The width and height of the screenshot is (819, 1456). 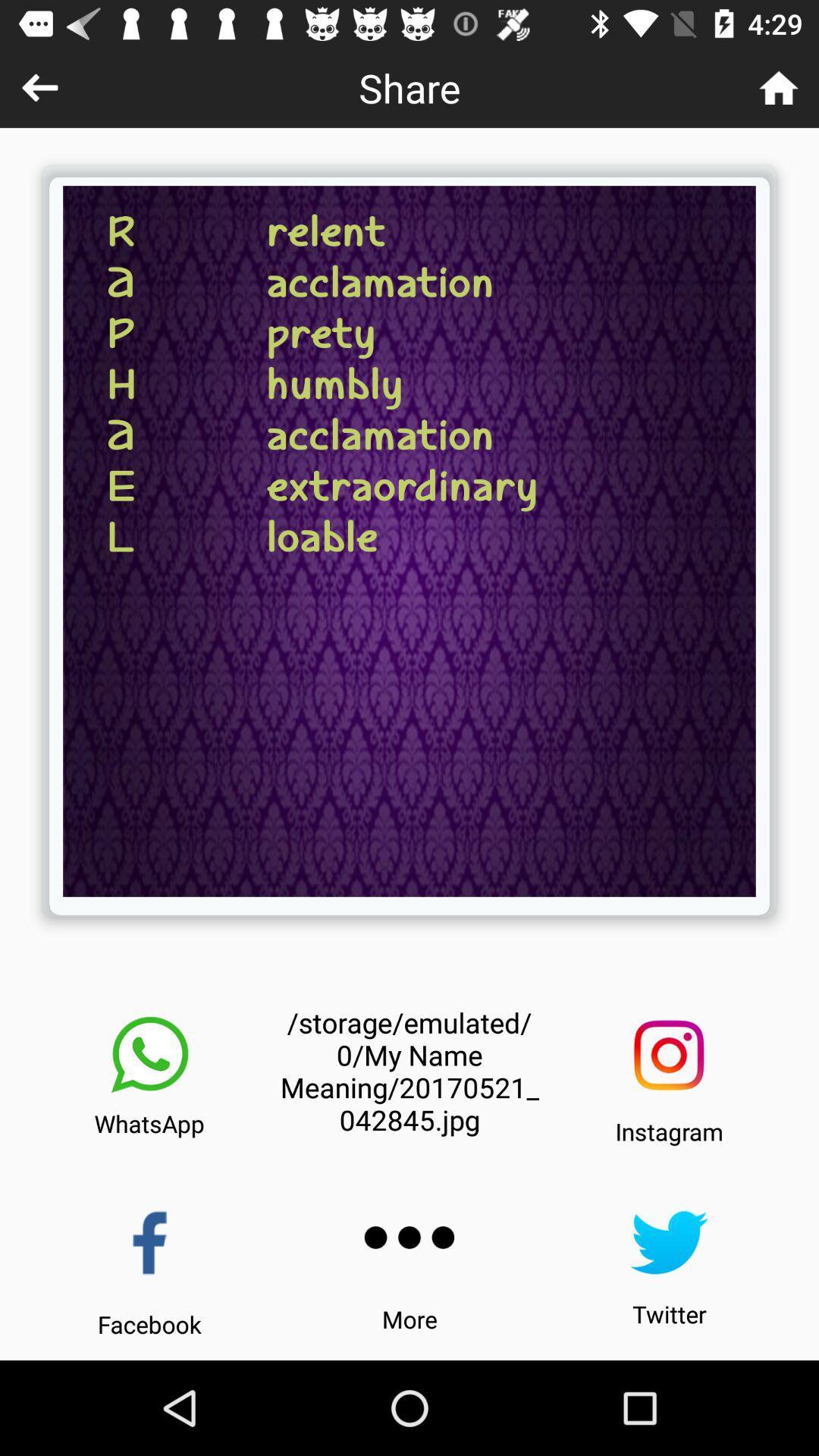 I want to click on the icon above the whatsapp item, so click(x=149, y=1054).